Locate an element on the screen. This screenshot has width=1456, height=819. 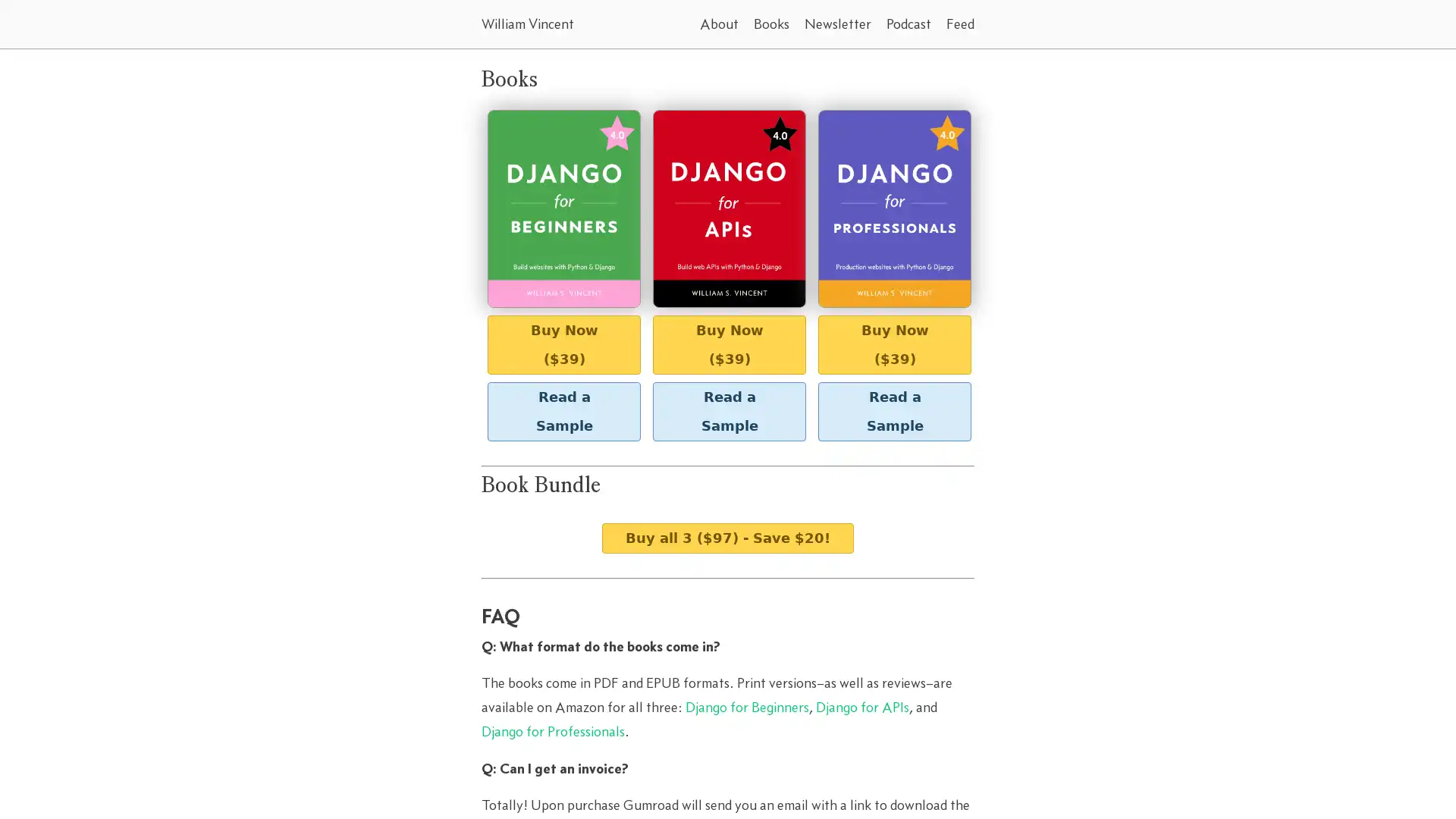
Buy Now ($39) is located at coordinates (895, 344).